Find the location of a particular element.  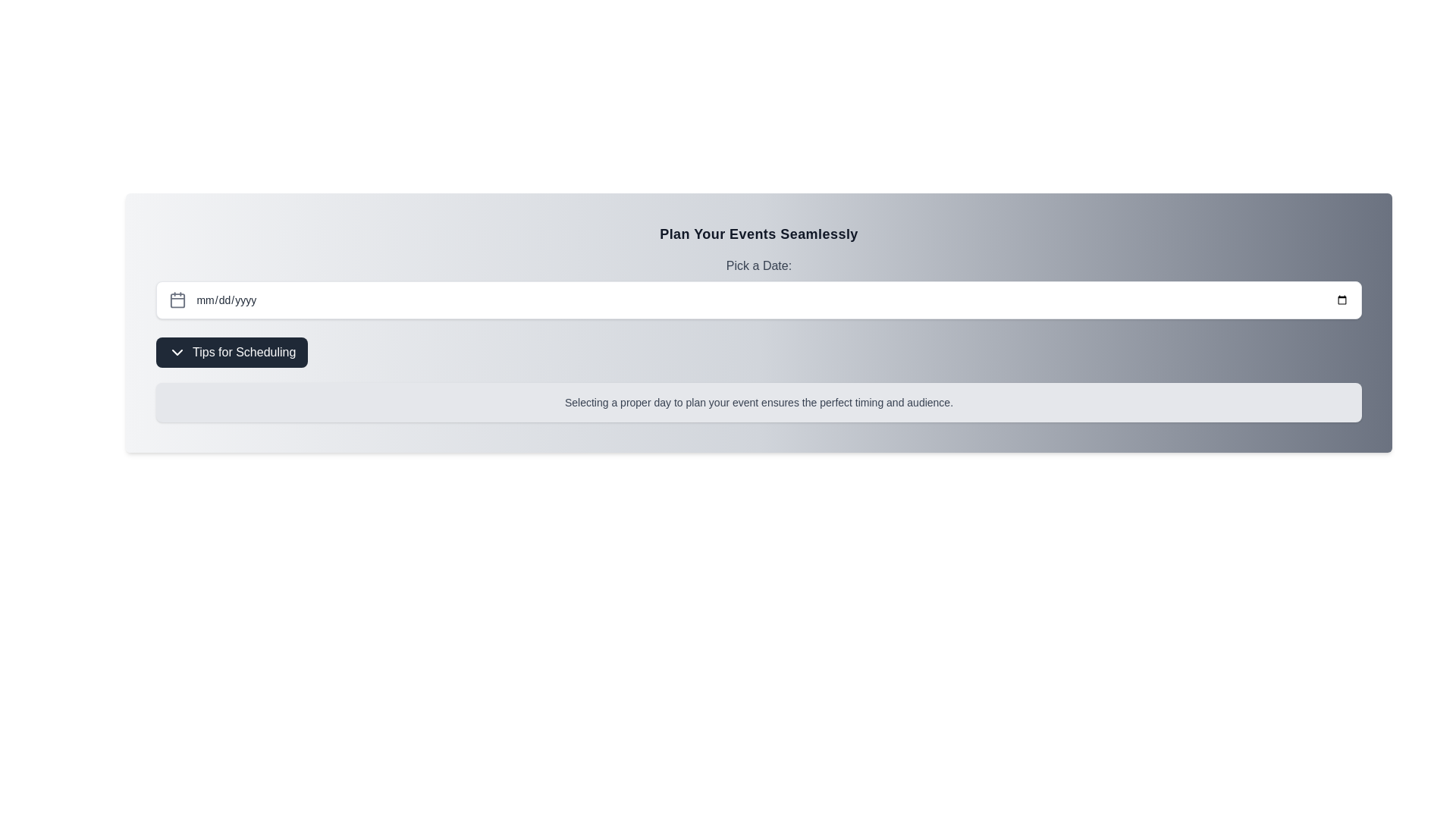

the text element styled in gray color within a rounded gray box located below 'Tips for Scheduling' is located at coordinates (759, 402).